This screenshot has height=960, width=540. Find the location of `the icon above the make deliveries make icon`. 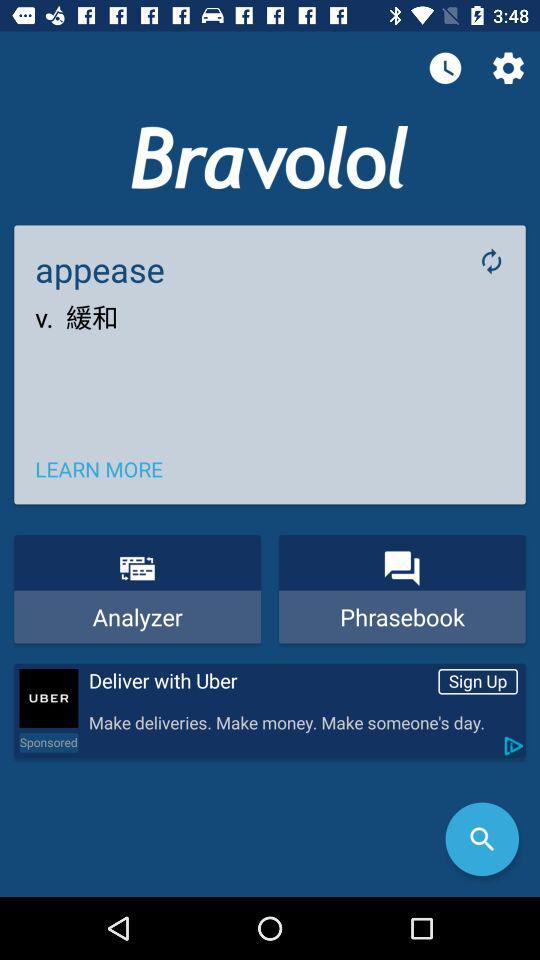

the icon above the make deliveries make icon is located at coordinates (259, 681).